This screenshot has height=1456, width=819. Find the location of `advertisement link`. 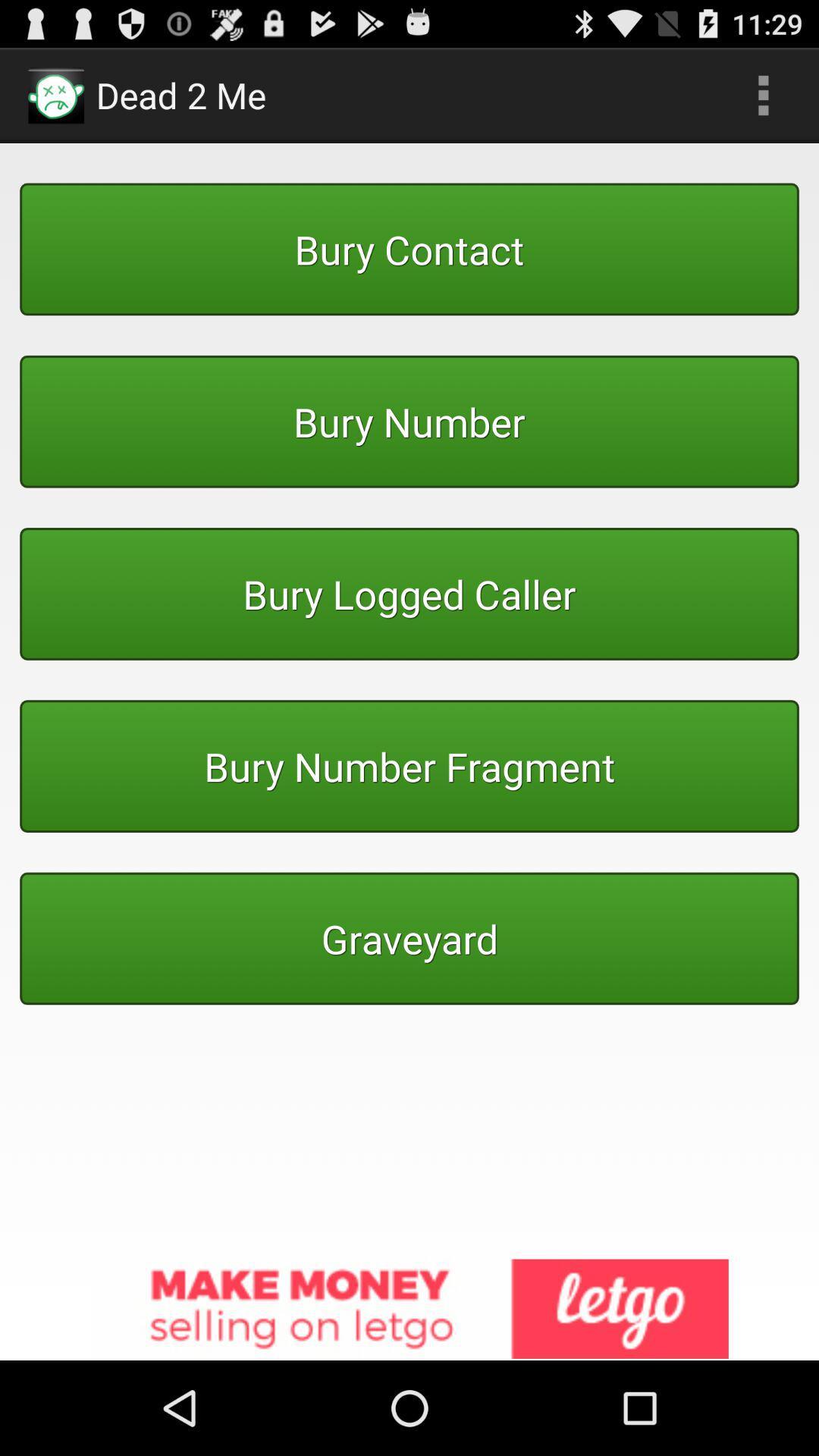

advertisement link is located at coordinates (409, 1309).